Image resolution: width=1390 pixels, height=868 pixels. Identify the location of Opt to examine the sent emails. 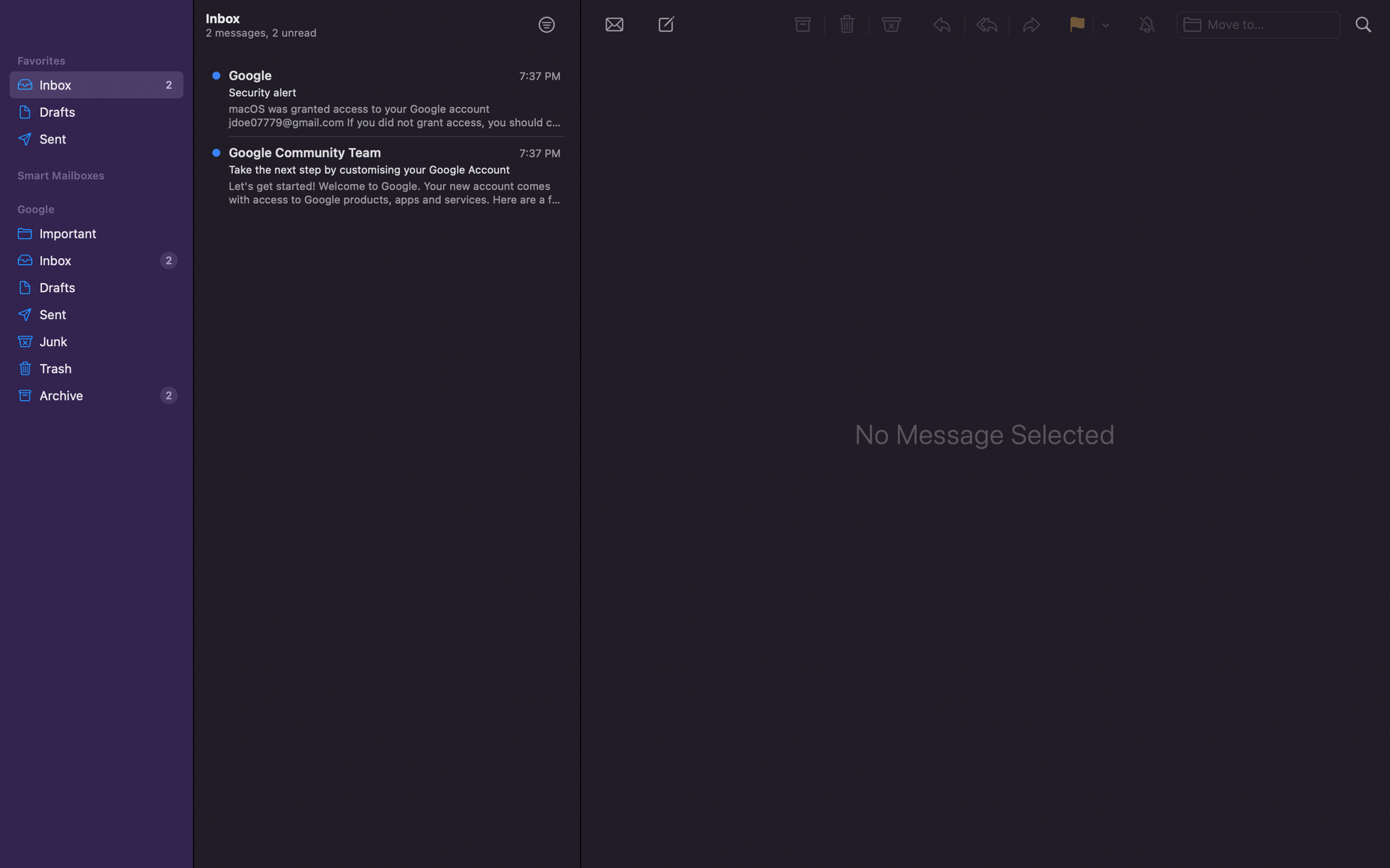
(98, 140).